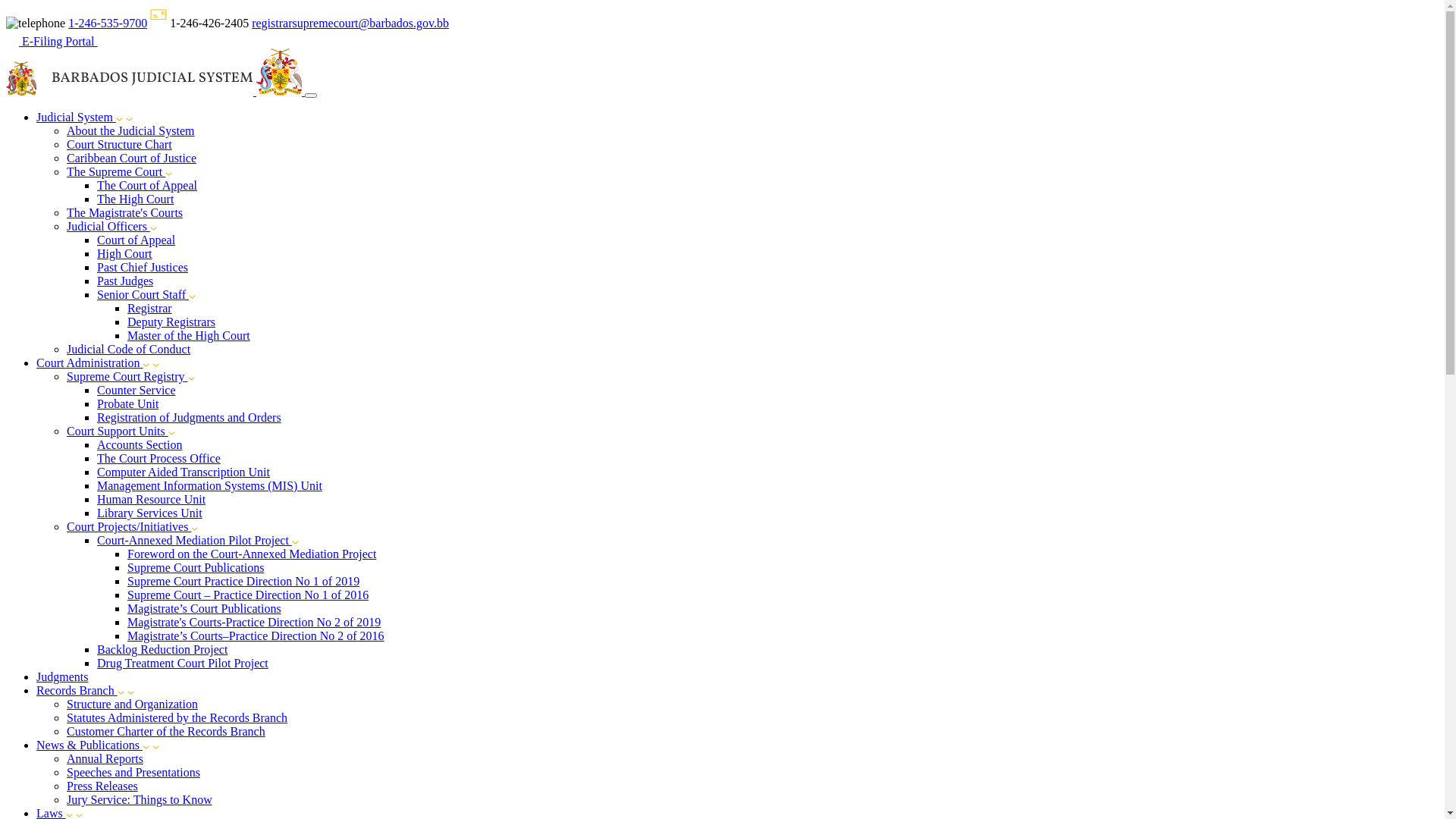  I want to click on 'Court Projects/Initiatives', so click(65, 526).